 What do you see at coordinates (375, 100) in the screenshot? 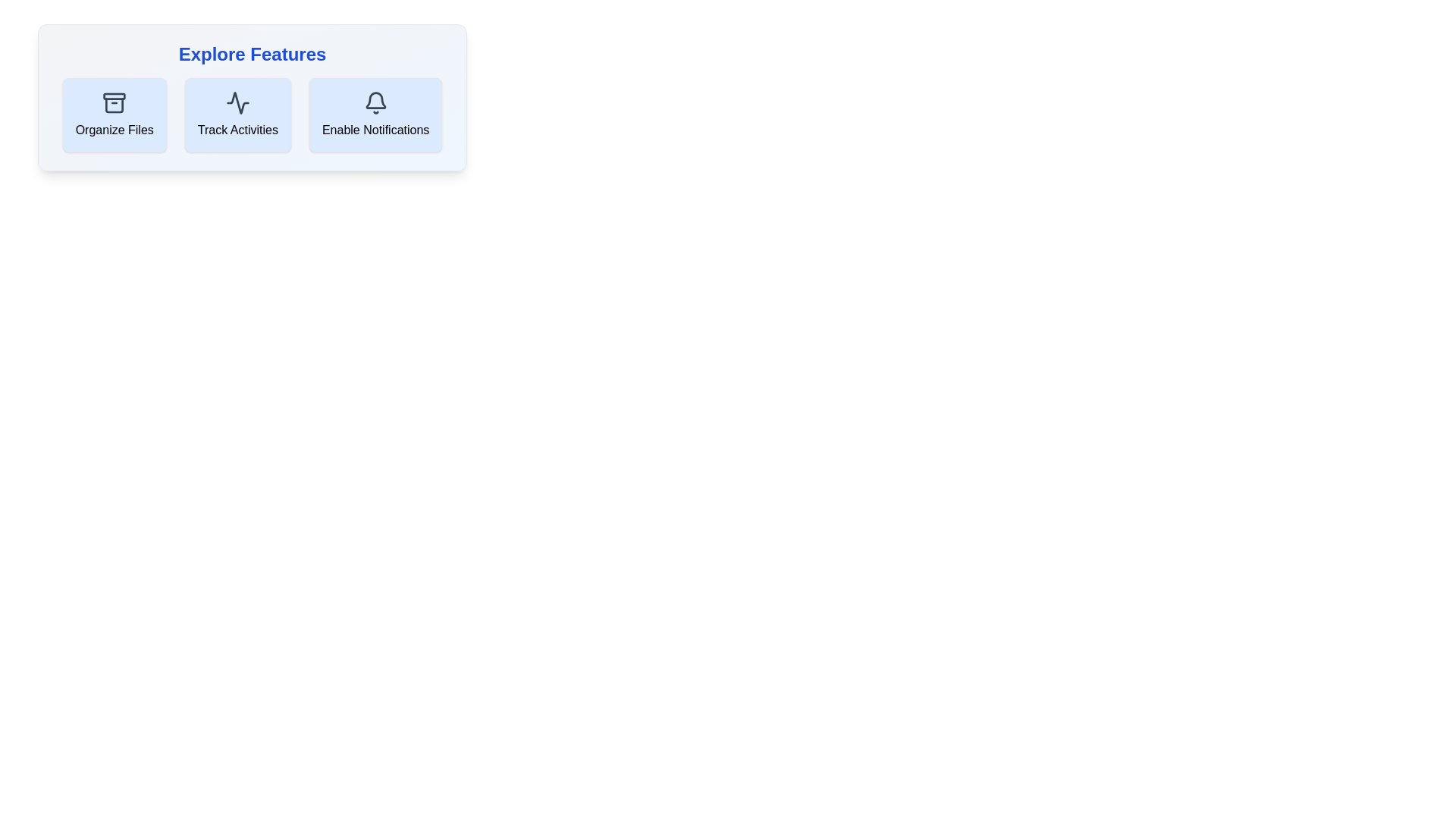
I see `the bell-shaped notification icon located within the 'Enable Notifications' button card in the 'Explore Features' section` at bounding box center [375, 100].